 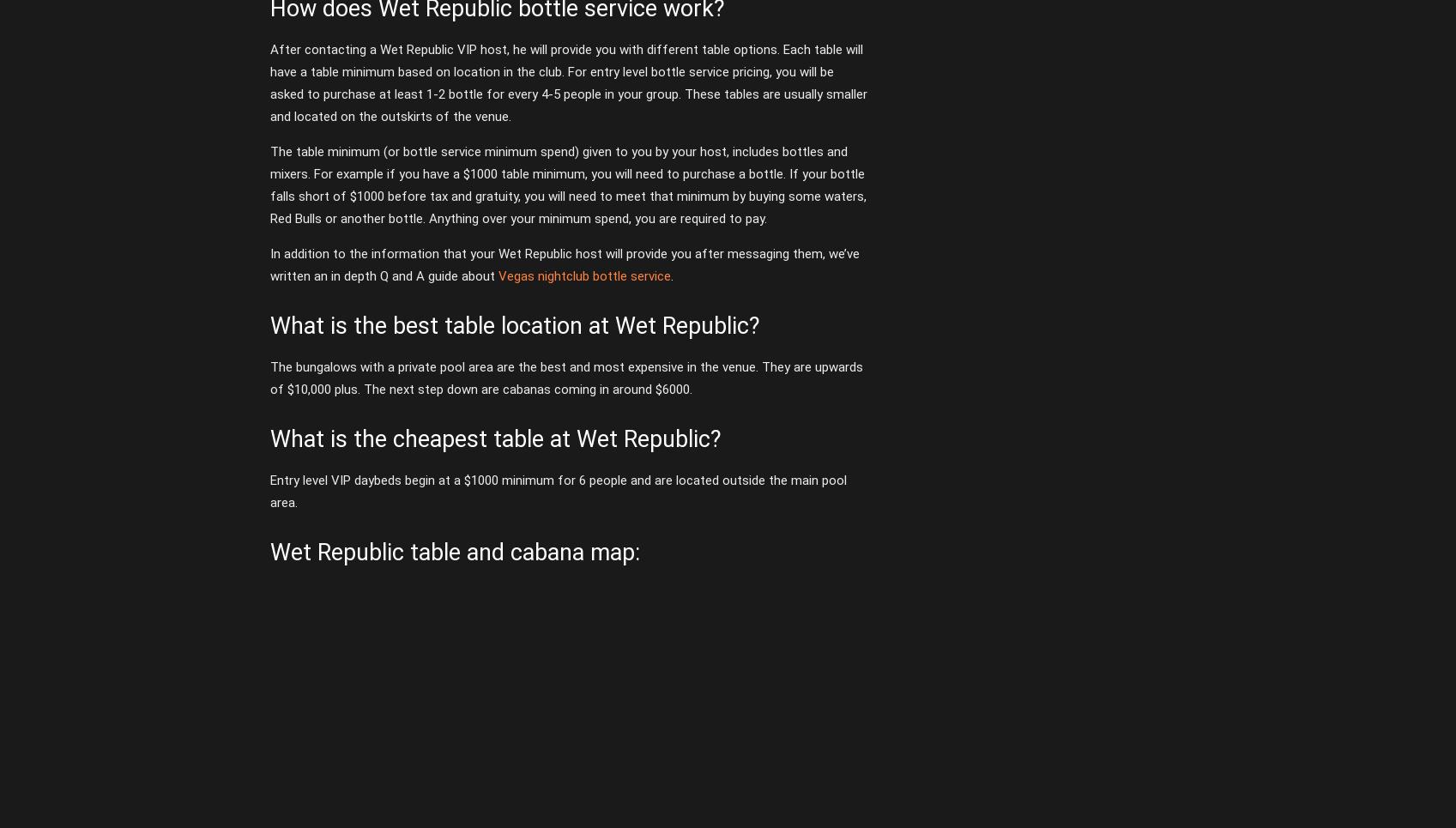 What do you see at coordinates (671, 274) in the screenshot?
I see `'.'` at bounding box center [671, 274].